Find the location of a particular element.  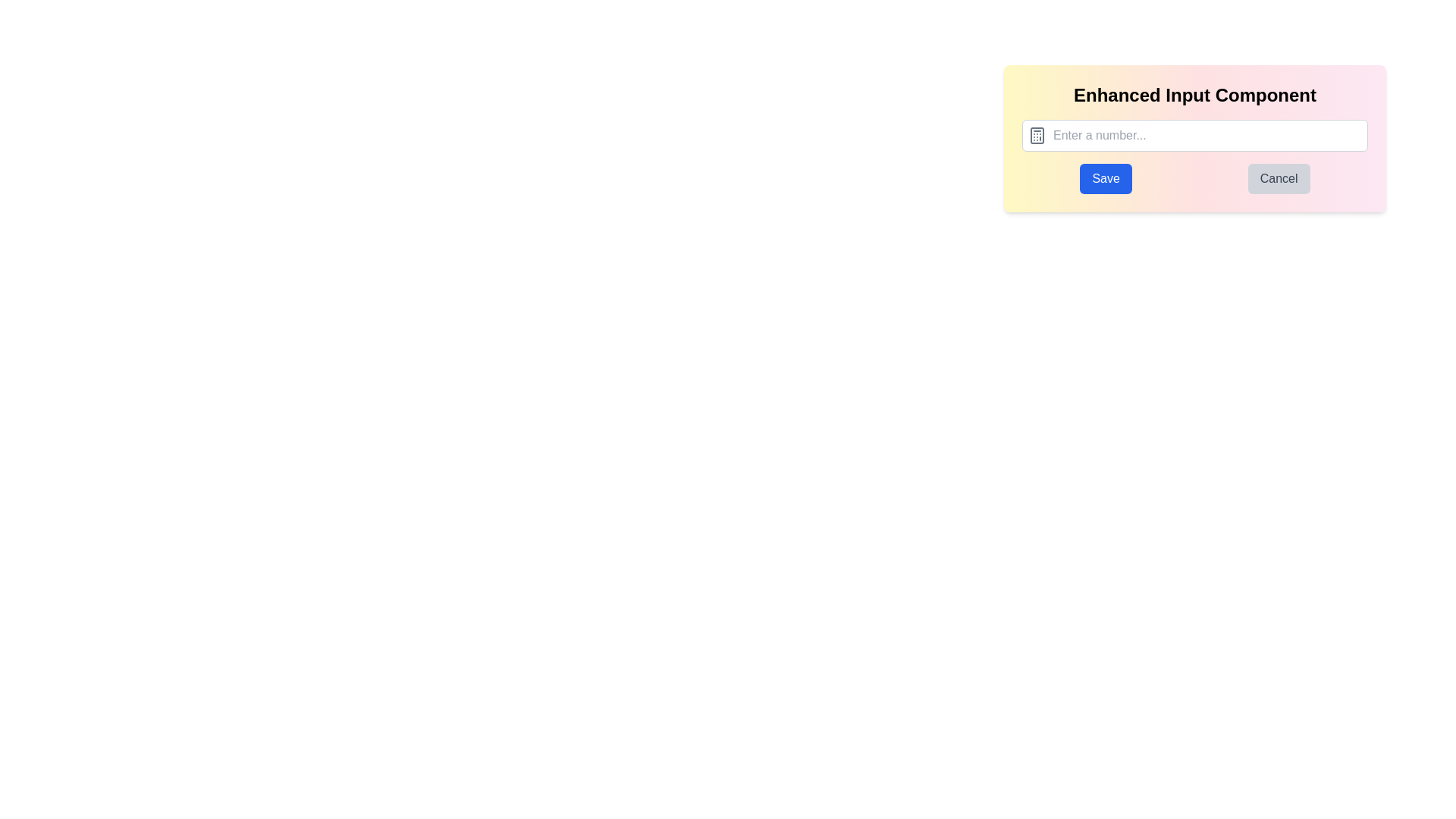

the decorative icon located to the immediate left of the text input area within the 'Enhanced Input Component' is located at coordinates (1037, 134).